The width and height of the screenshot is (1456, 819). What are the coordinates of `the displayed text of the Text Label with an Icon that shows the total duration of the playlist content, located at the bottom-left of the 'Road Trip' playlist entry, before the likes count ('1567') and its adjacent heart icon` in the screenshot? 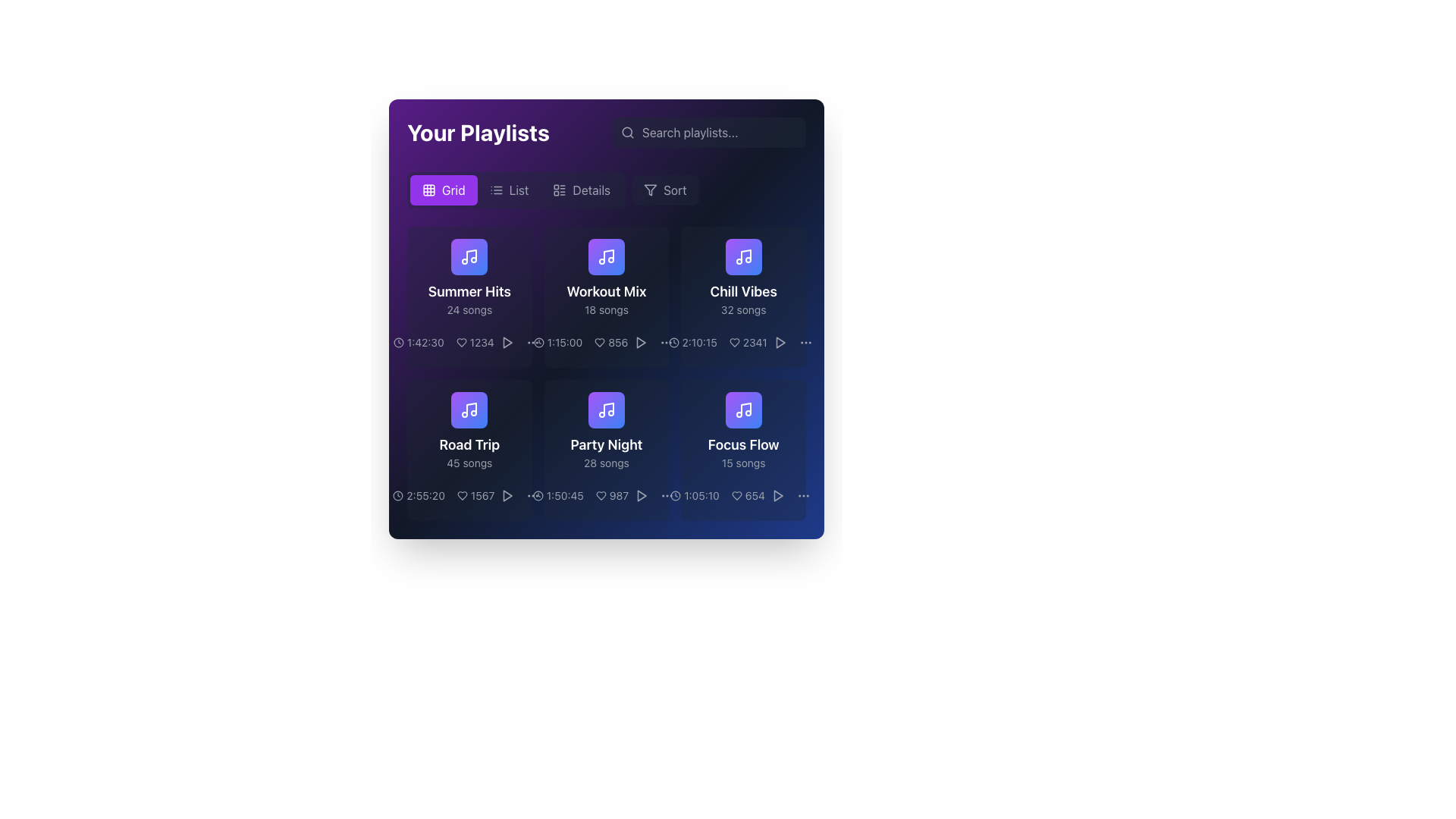 It's located at (419, 496).